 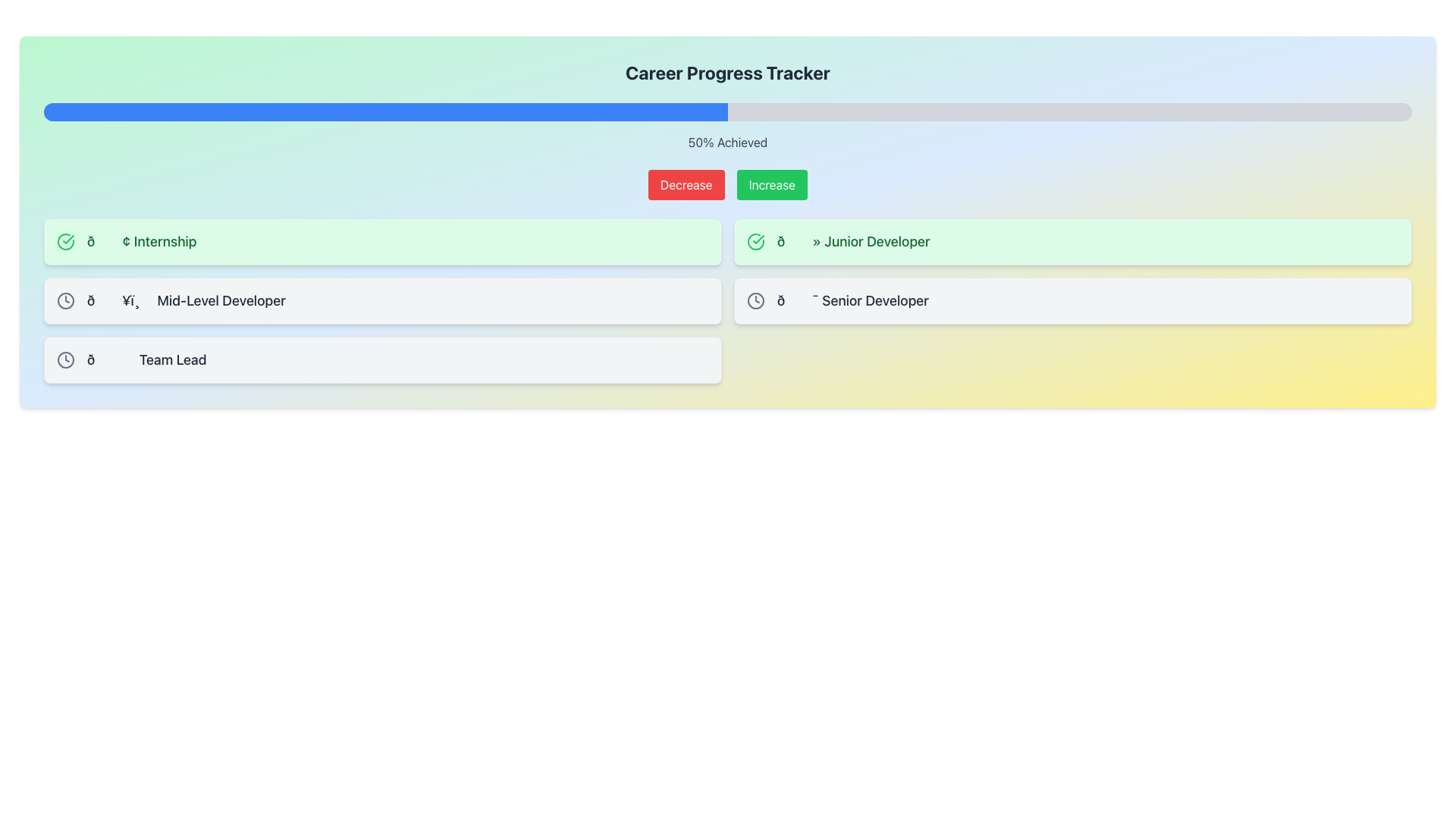 I want to click on the confirmation icon located on the left side of the textual description for the 'Junior Developer' role in the green-highlighted card, so click(x=756, y=241).